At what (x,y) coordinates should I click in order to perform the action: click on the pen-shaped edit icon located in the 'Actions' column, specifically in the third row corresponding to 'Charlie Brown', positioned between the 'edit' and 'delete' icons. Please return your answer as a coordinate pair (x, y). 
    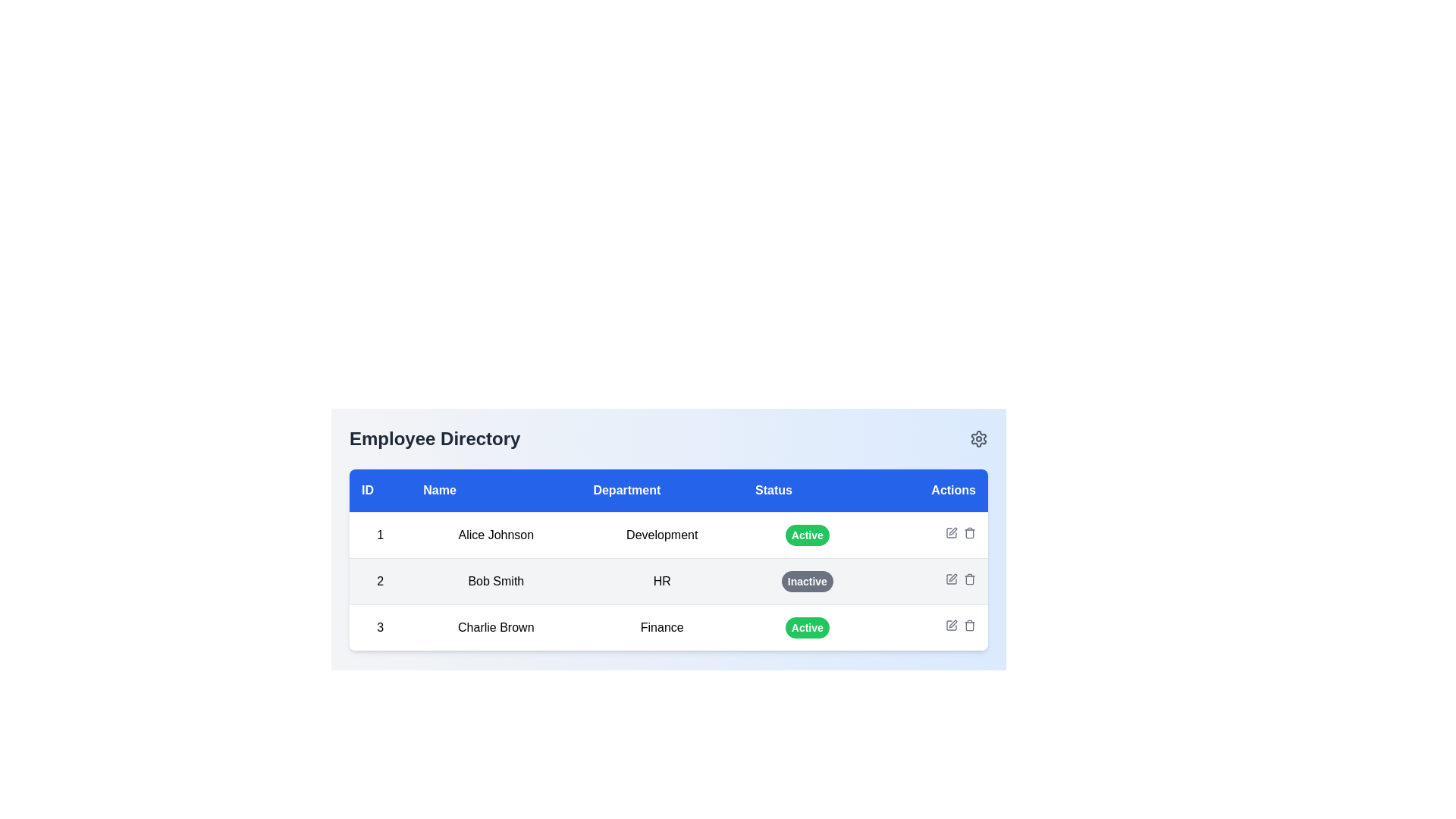
    Looking at the image, I should click on (952, 623).